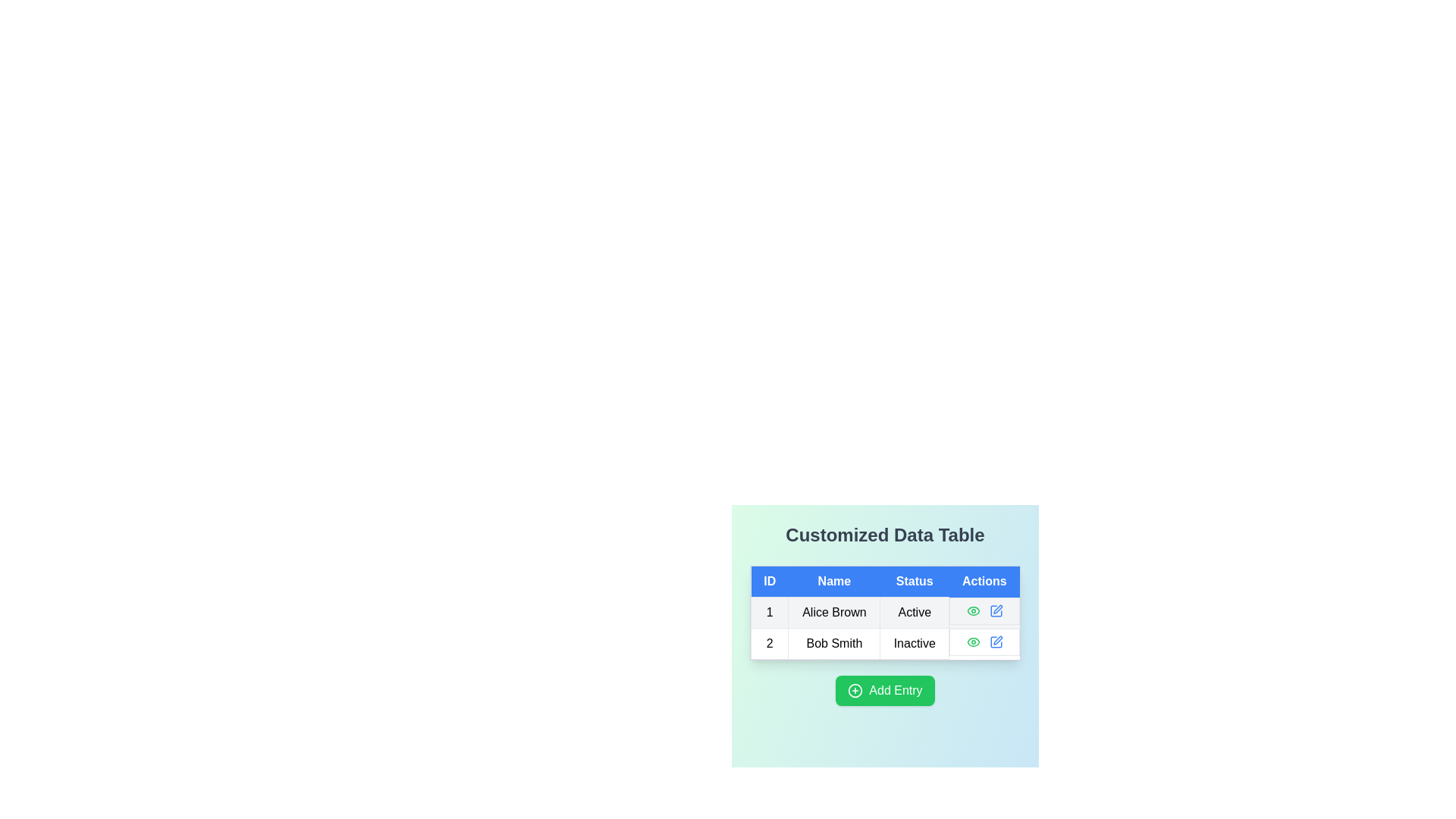 Image resolution: width=1456 pixels, height=819 pixels. Describe the element at coordinates (914, 581) in the screenshot. I see `the Table Header Cell labeled 'Status', which has a blue background and white text, positioned in the table header row` at that location.